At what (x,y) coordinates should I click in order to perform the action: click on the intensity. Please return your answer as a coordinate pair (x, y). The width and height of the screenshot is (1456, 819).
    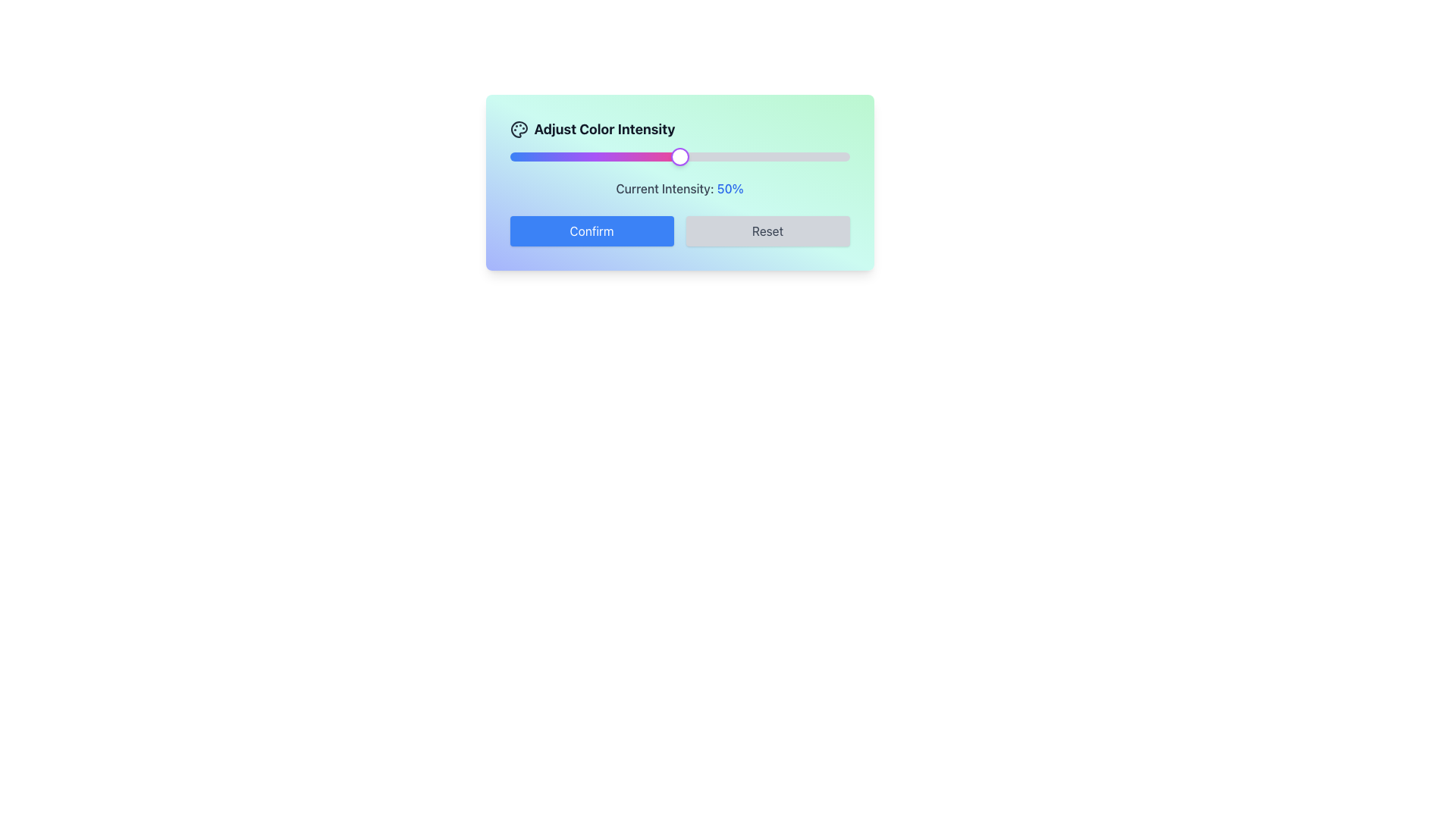
    Looking at the image, I should click on (695, 157).